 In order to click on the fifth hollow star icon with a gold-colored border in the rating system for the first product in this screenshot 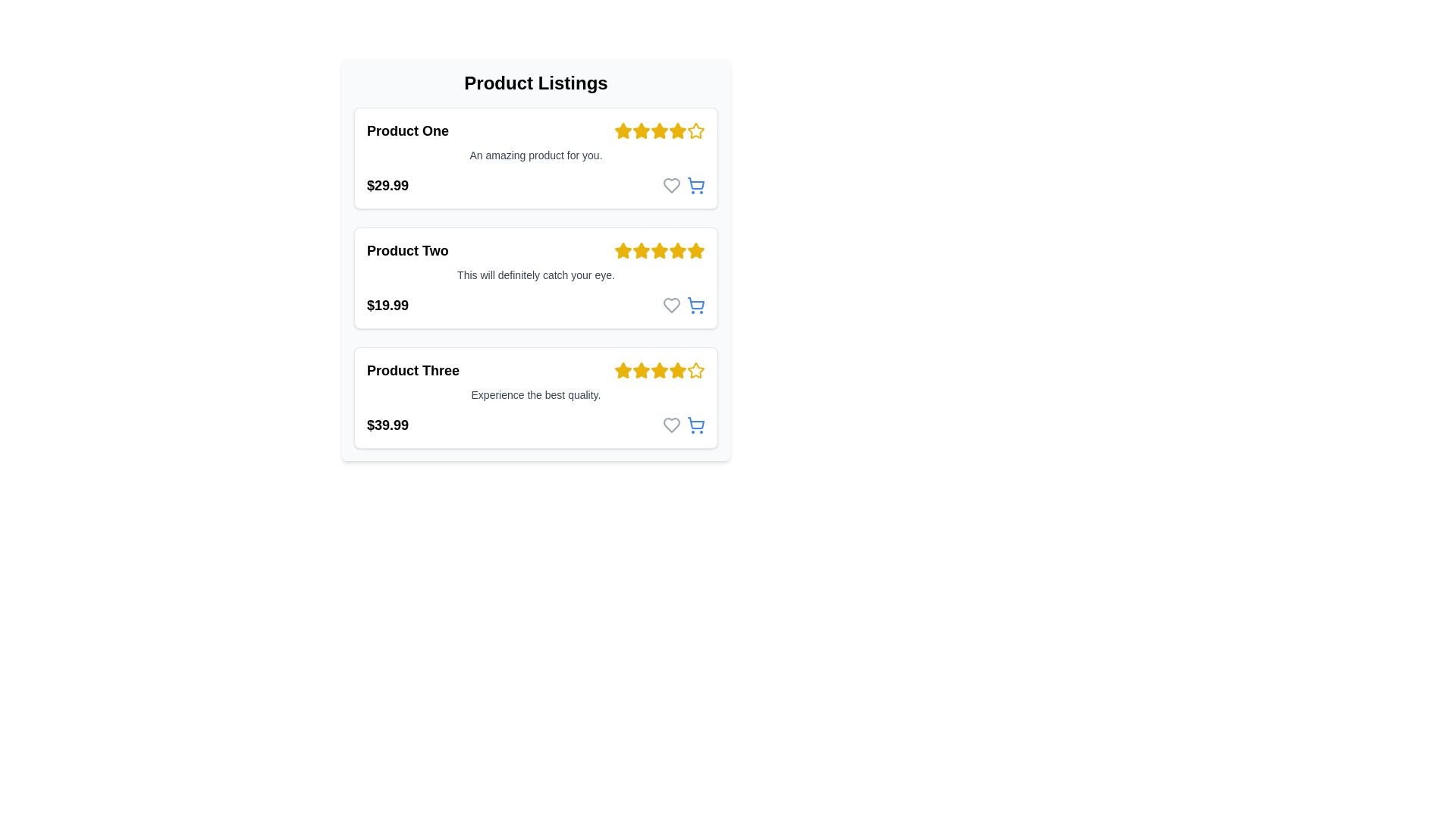, I will do `click(695, 130)`.